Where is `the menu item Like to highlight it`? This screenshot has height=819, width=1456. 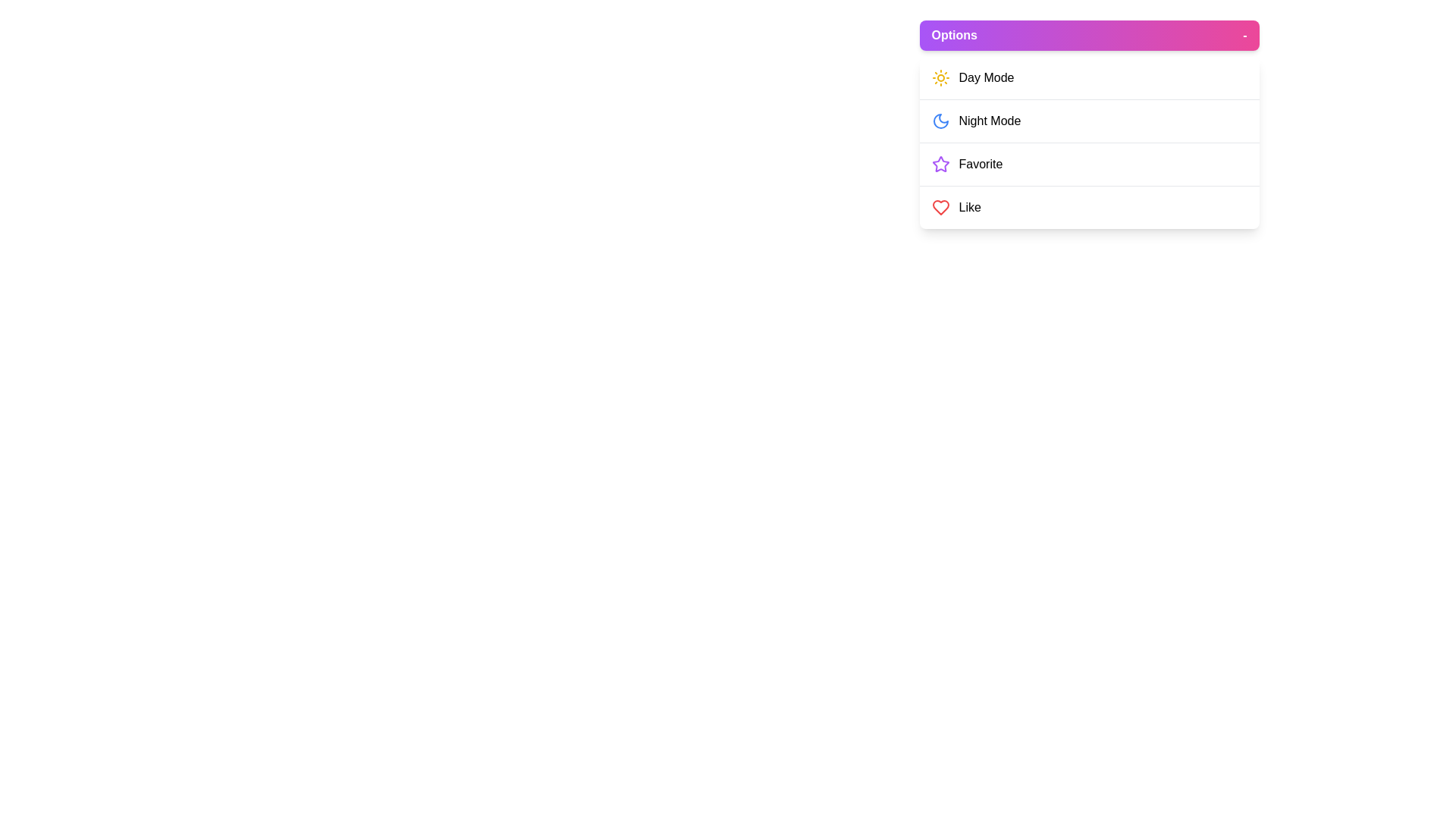
the menu item Like to highlight it is located at coordinates (1088, 207).